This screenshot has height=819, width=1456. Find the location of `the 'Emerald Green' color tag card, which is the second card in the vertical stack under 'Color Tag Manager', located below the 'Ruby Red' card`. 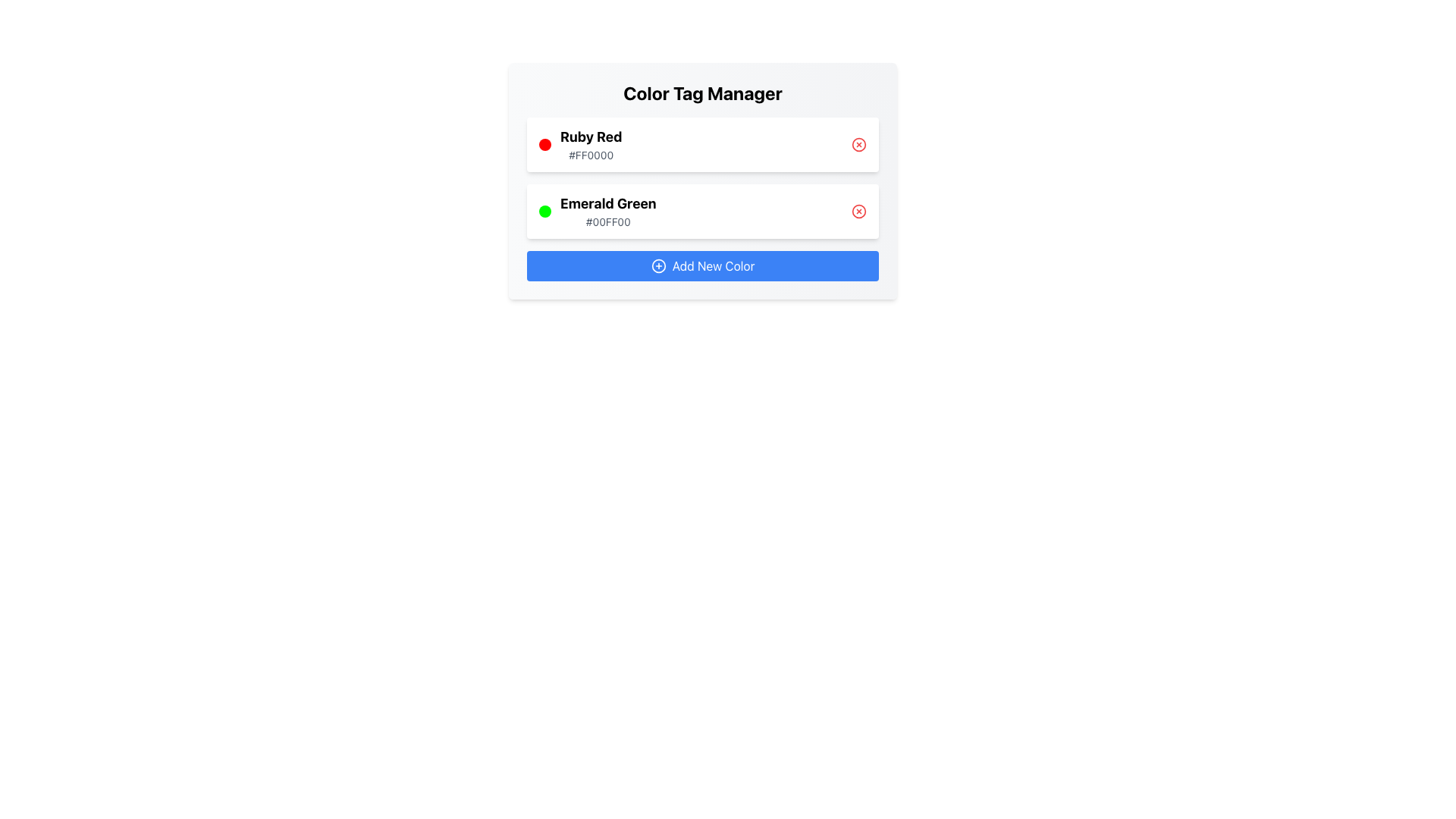

the 'Emerald Green' color tag card, which is the second card in the vertical stack under 'Color Tag Manager', located below the 'Ruby Red' card is located at coordinates (701, 211).